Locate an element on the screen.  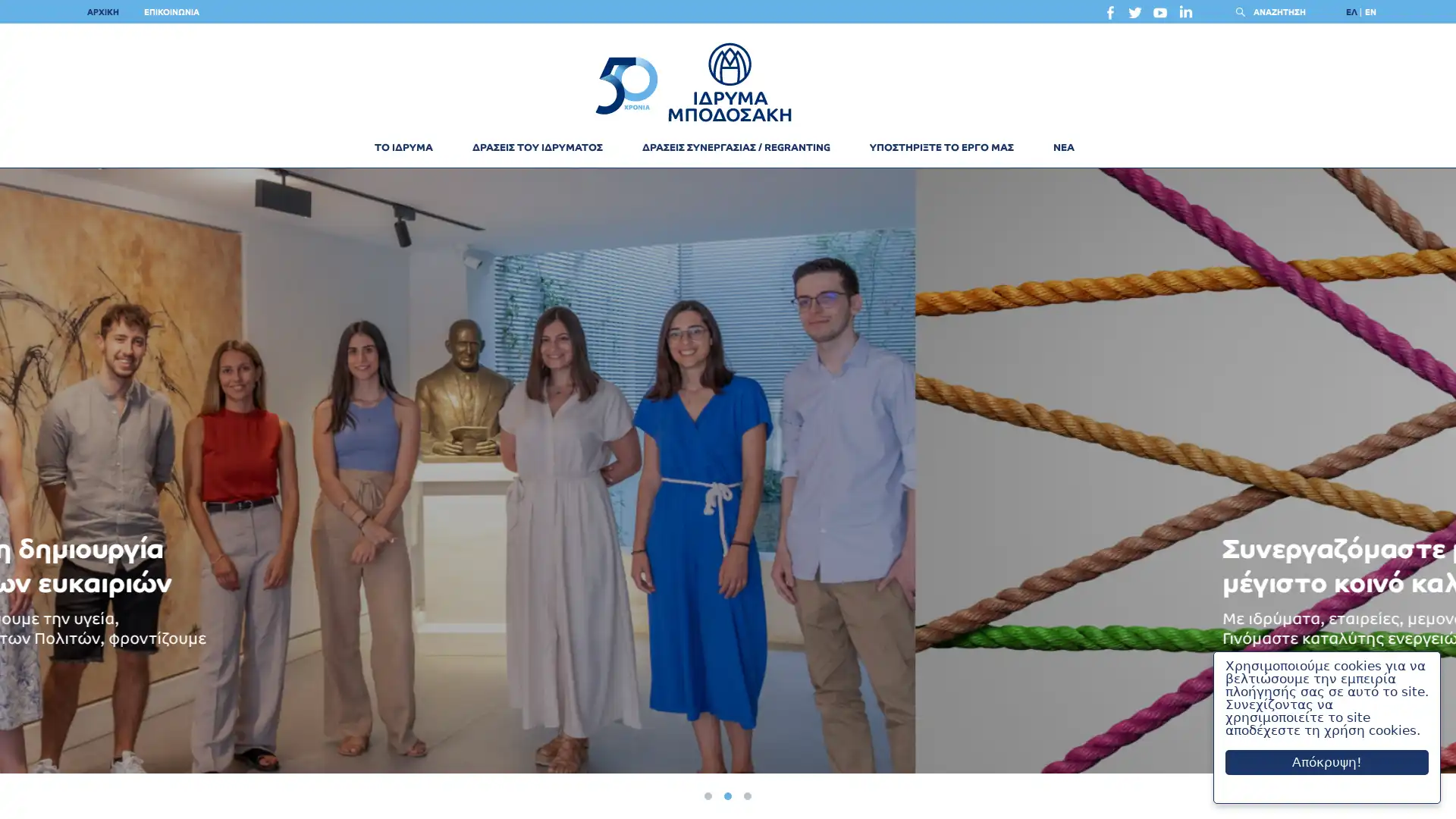
3 is located at coordinates (747, 792).